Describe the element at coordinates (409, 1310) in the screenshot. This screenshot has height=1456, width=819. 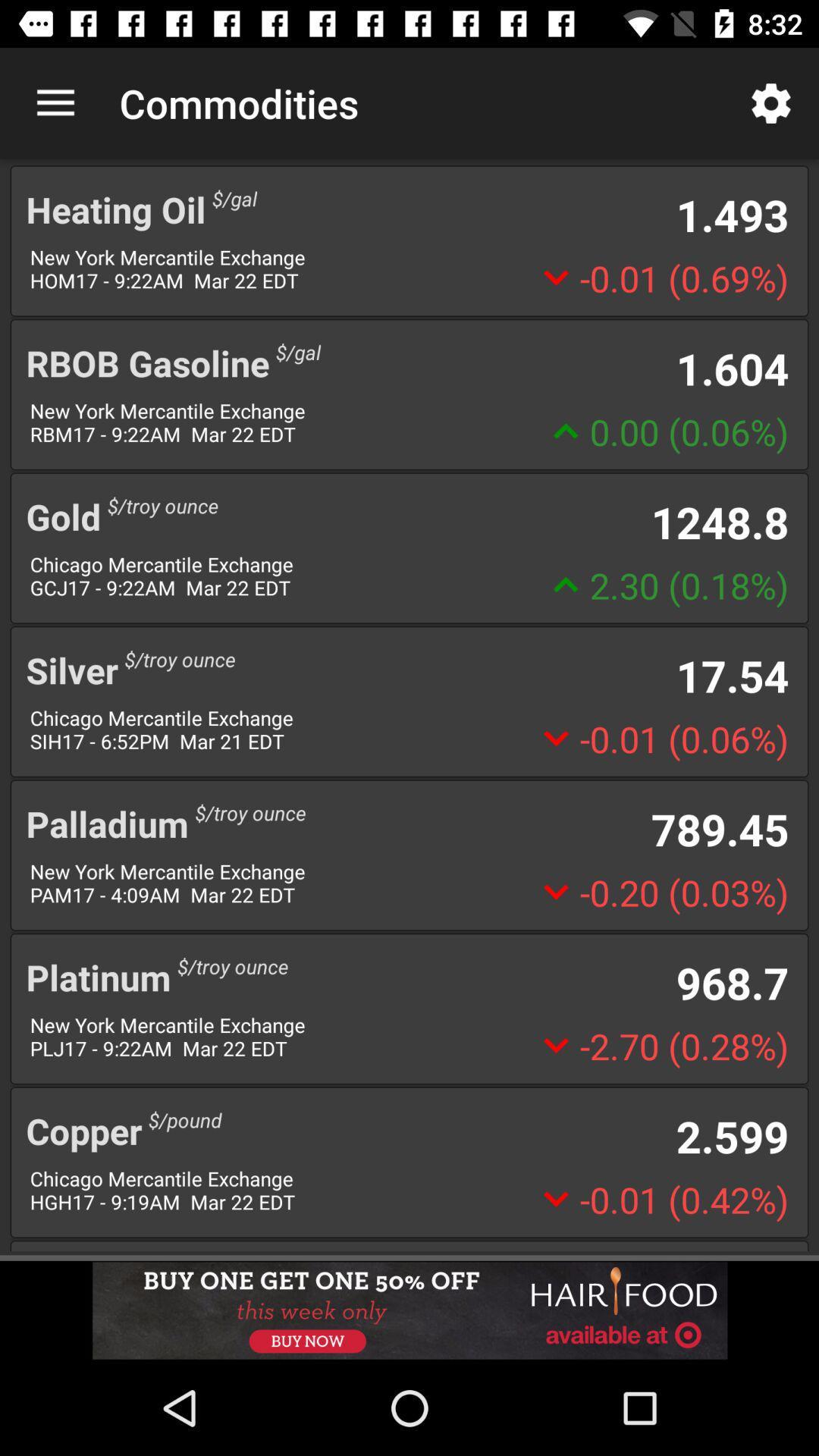
I see `open advertisement` at that location.